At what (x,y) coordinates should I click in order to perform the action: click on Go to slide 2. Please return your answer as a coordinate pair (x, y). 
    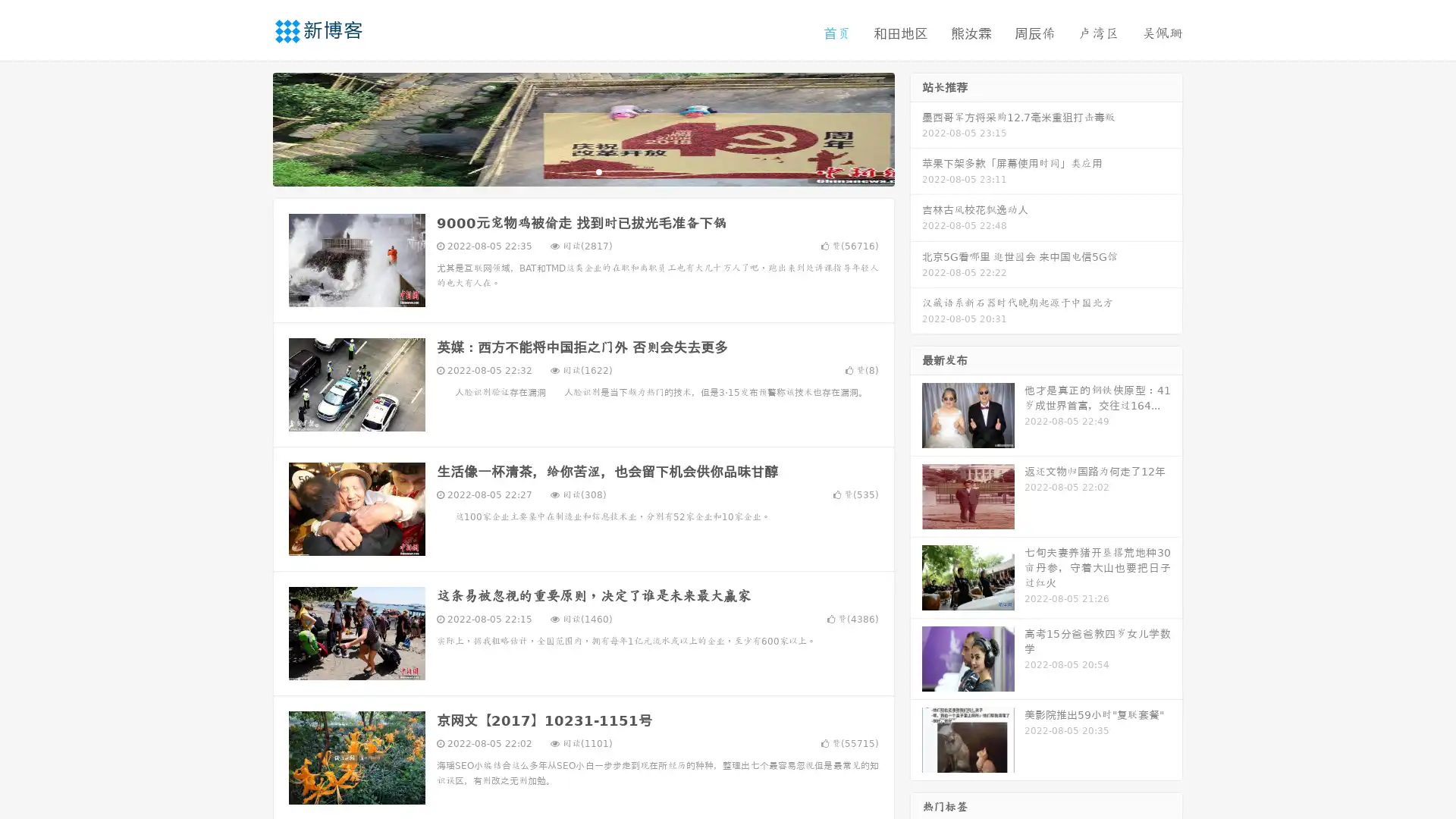
    Looking at the image, I should click on (582, 171).